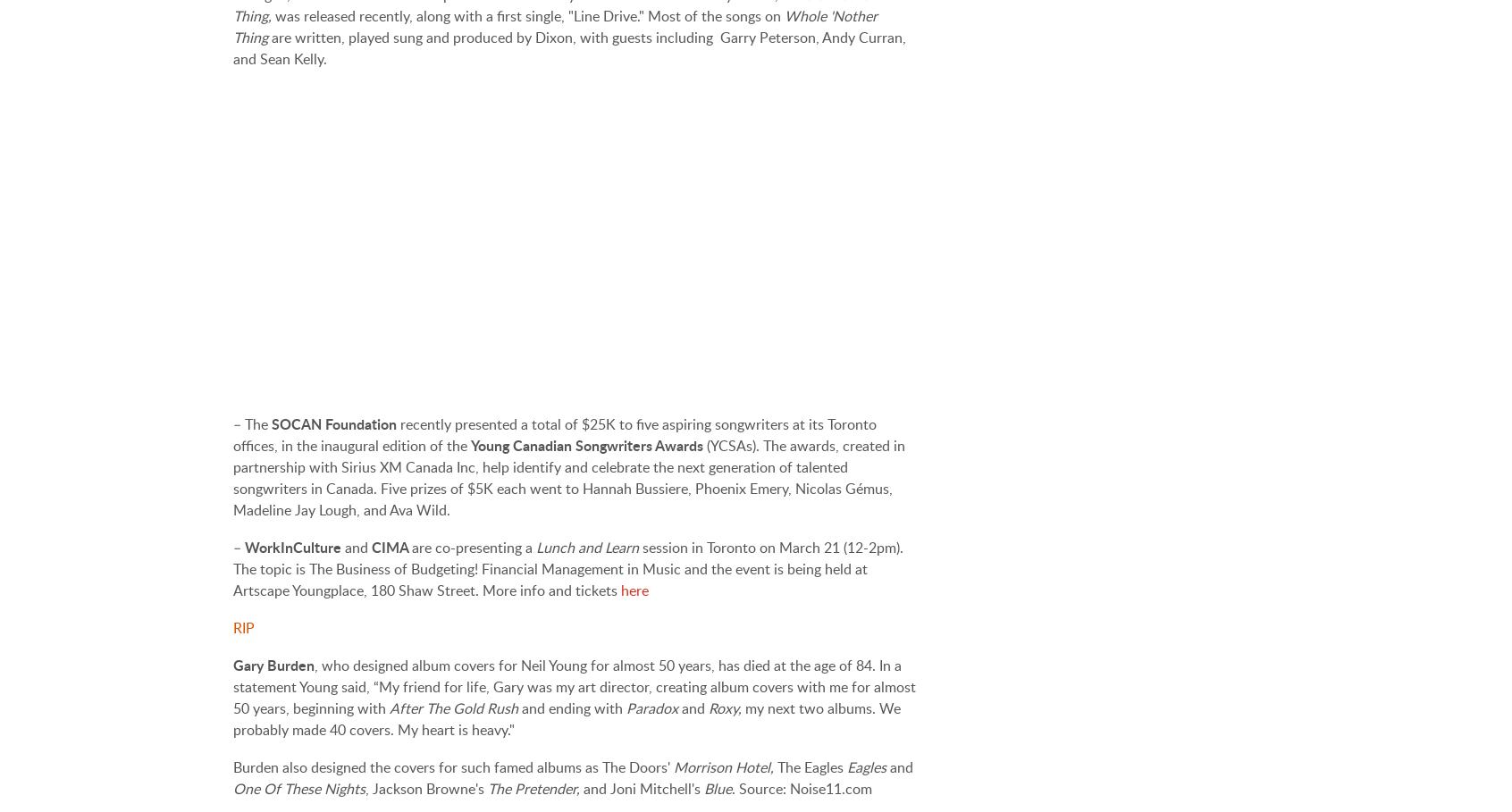  What do you see at coordinates (634, 590) in the screenshot?
I see `'here'` at bounding box center [634, 590].